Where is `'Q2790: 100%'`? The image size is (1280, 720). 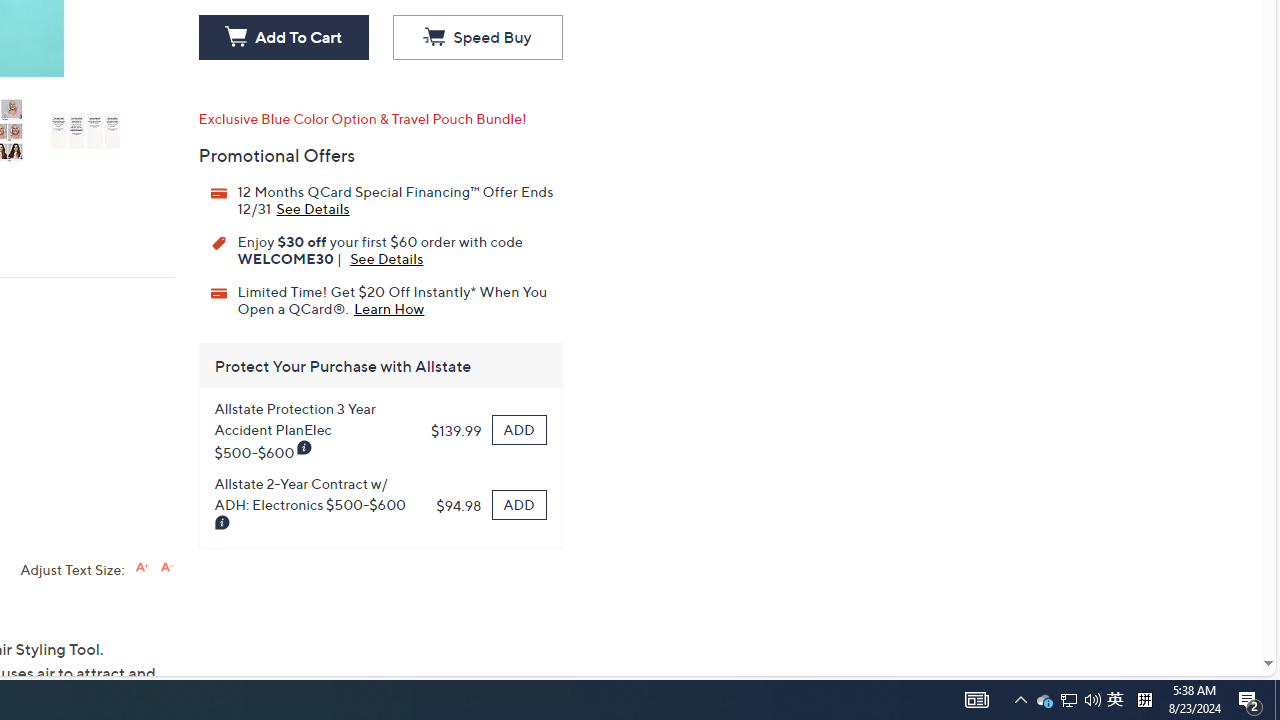
'Q2790: 100%' is located at coordinates (1092, 698).